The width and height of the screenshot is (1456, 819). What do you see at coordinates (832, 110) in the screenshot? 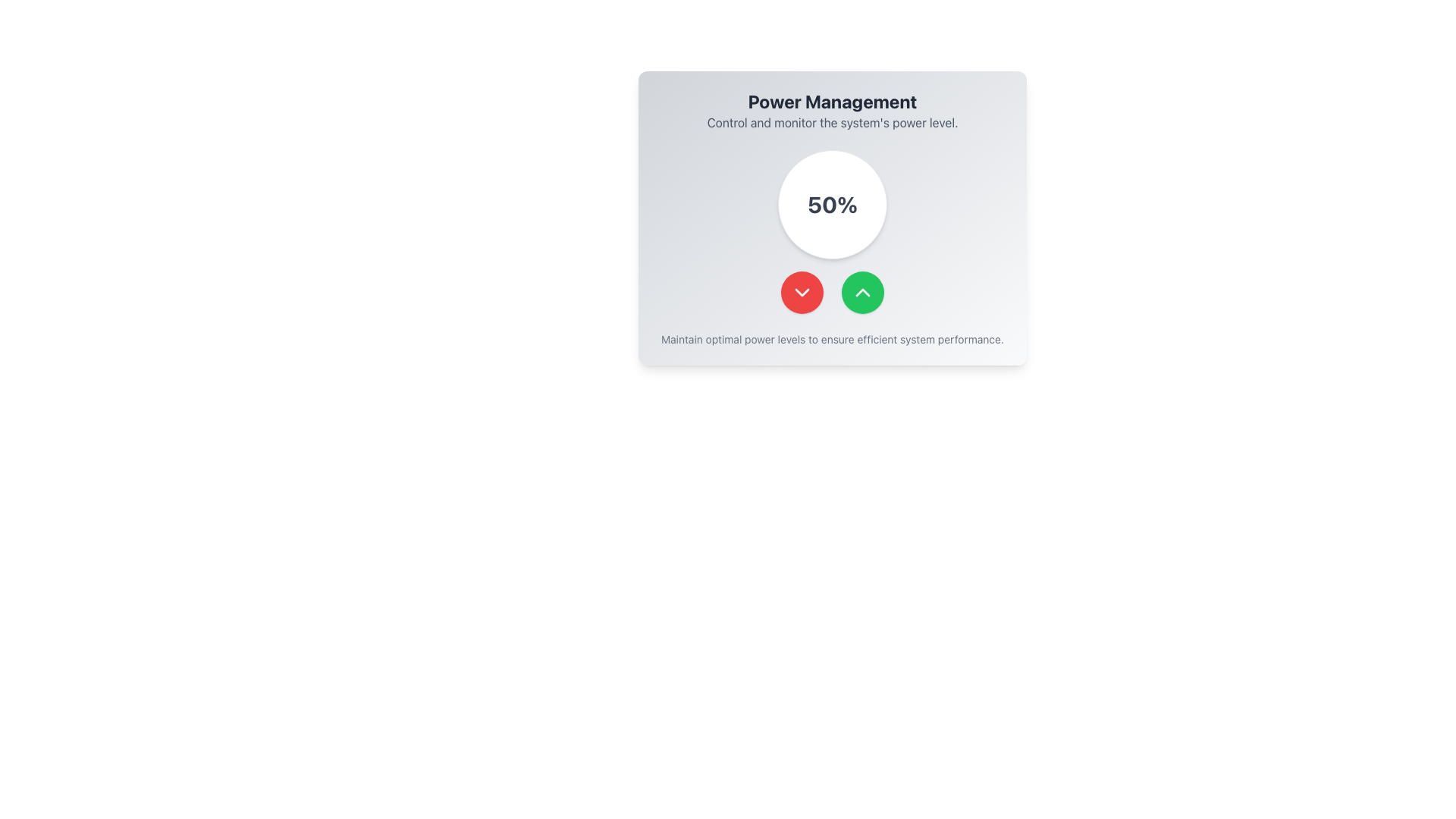
I see `the 'Power Management' text block, which features a bold header and a lighter gray subtitle` at bounding box center [832, 110].